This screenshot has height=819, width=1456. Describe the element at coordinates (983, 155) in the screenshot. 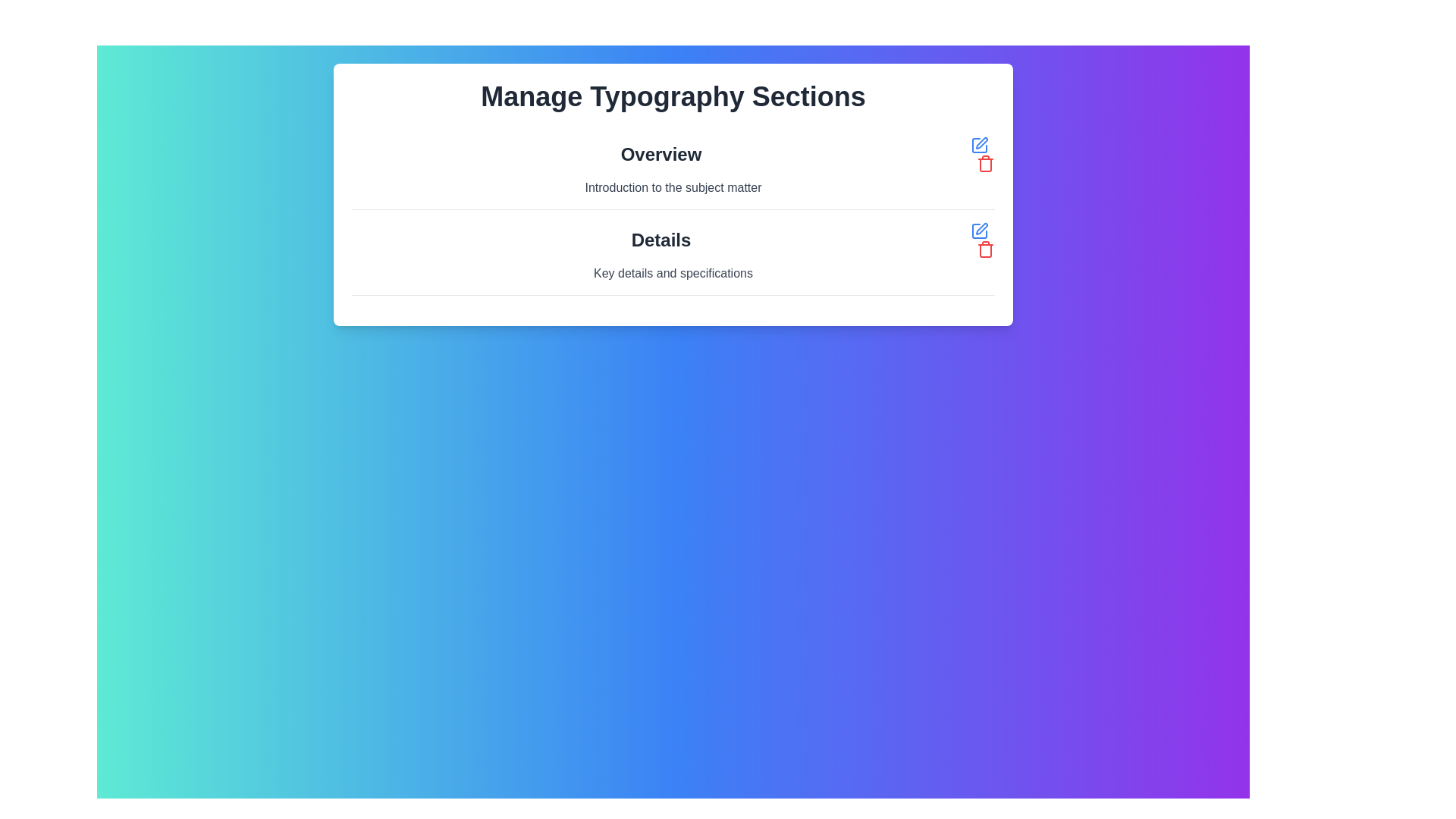

I see `the blue pencil icon at the top of the composite UI element consisting of edit and delete buttons to initiate an edit action` at that location.